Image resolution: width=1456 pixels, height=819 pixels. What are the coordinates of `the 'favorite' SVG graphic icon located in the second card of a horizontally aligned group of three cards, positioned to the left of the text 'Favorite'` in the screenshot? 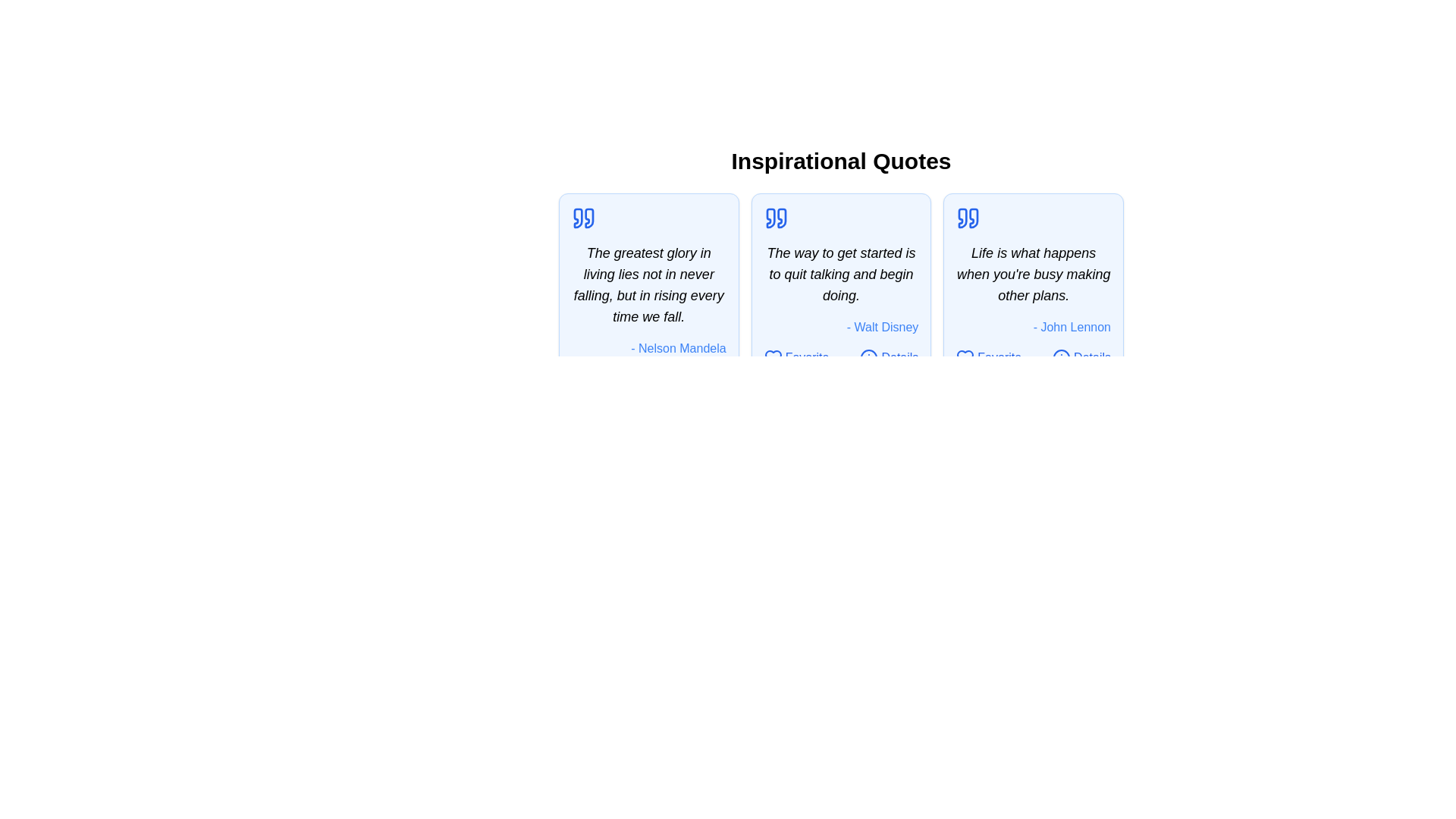 It's located at (773, 357).